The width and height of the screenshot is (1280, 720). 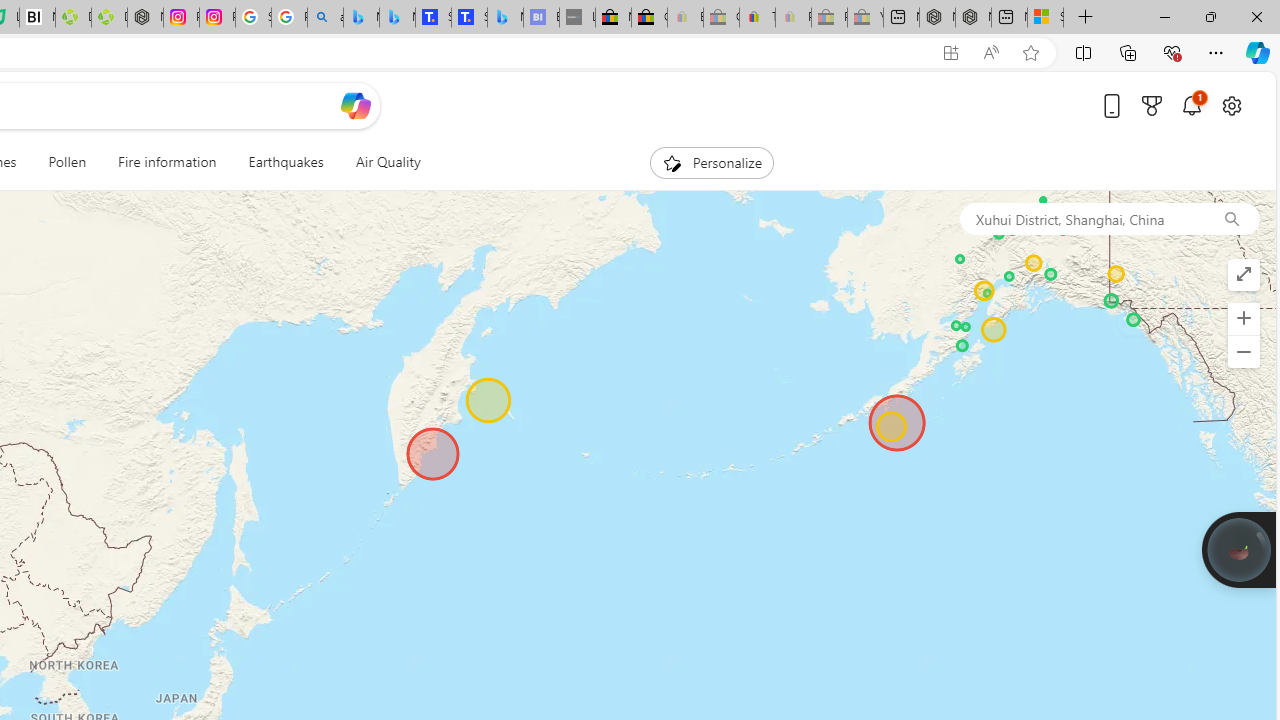 I want to click on 'Xuhui District, Shanghai, China', so click(x=1080, y=218).